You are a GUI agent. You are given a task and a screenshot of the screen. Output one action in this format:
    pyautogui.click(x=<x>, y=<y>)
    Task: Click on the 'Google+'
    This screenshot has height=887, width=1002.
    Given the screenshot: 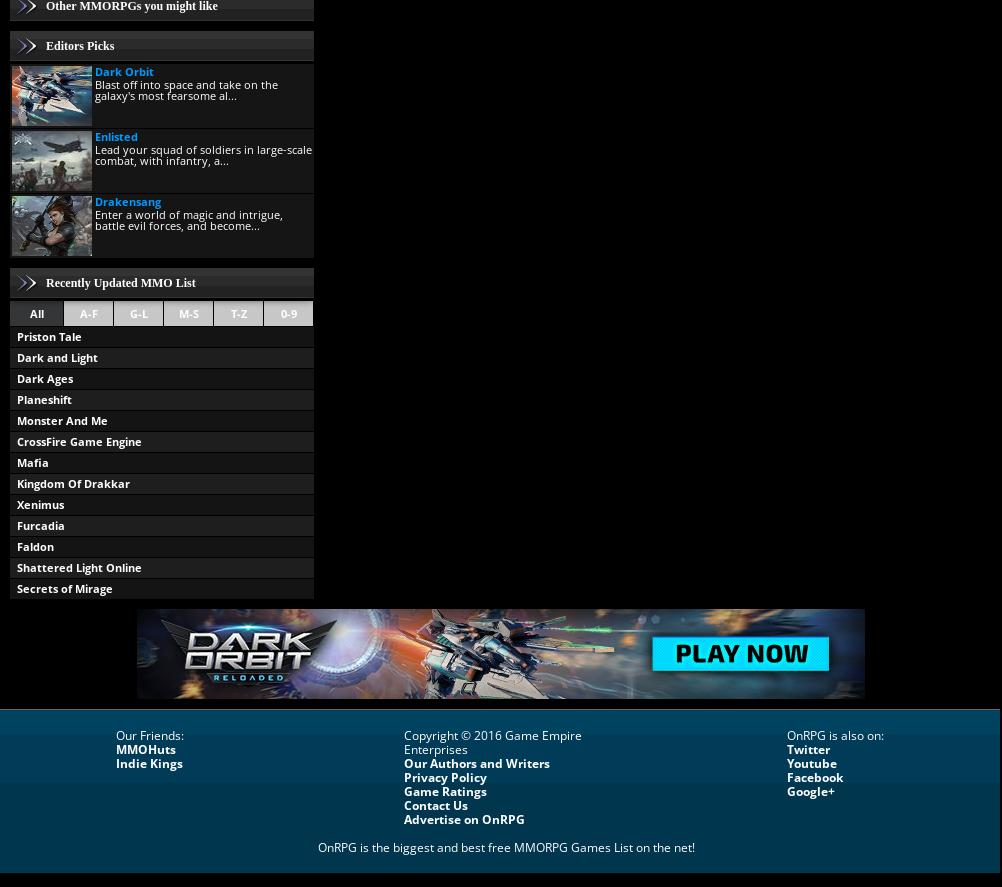 What is the action you would take?
    pyautogui.click(x=810, y=790)
    